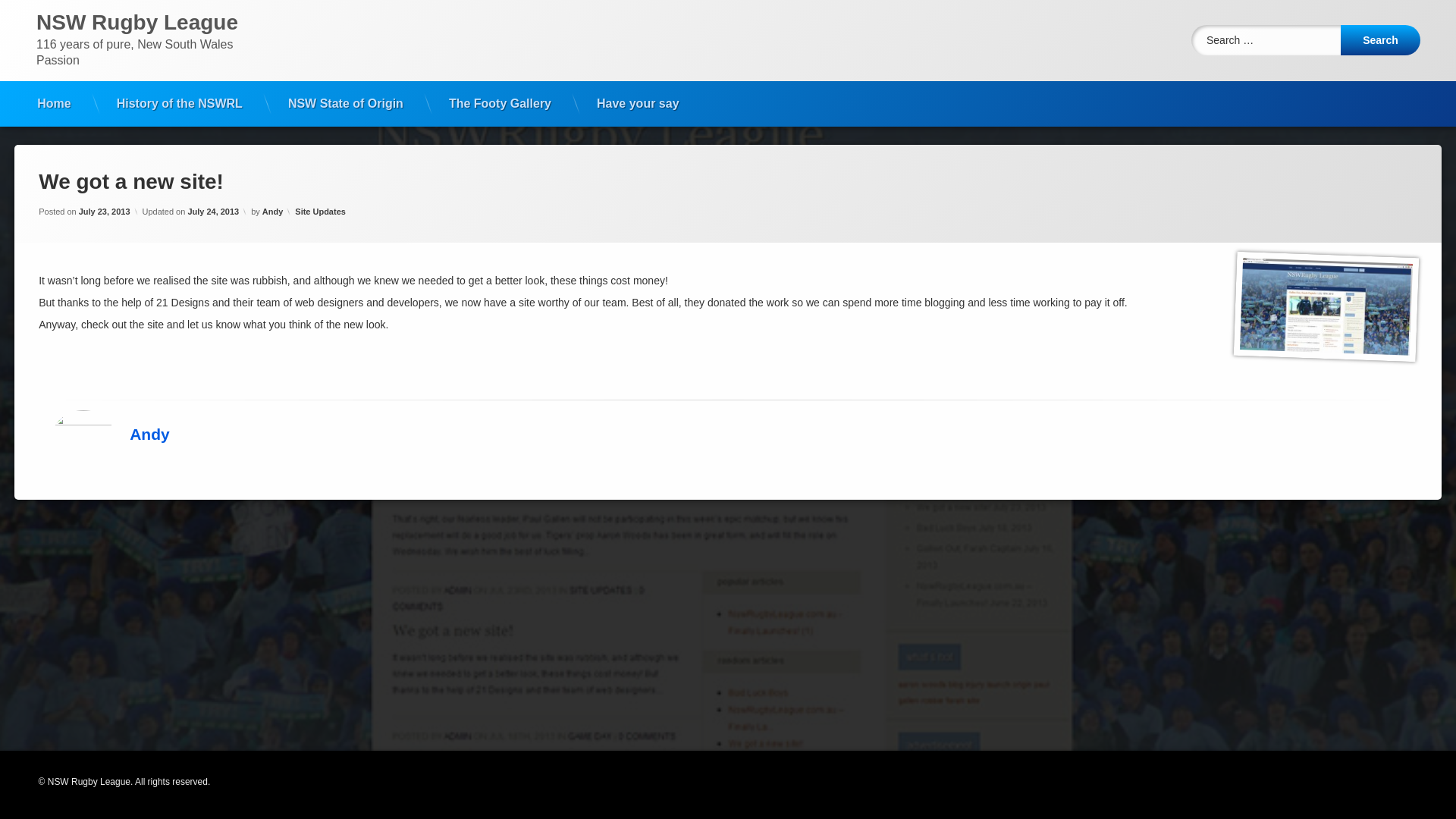 The width and height of the screenshot is (1456, 819). I want to click on 'The Footy Gallery', so click(500, 103).